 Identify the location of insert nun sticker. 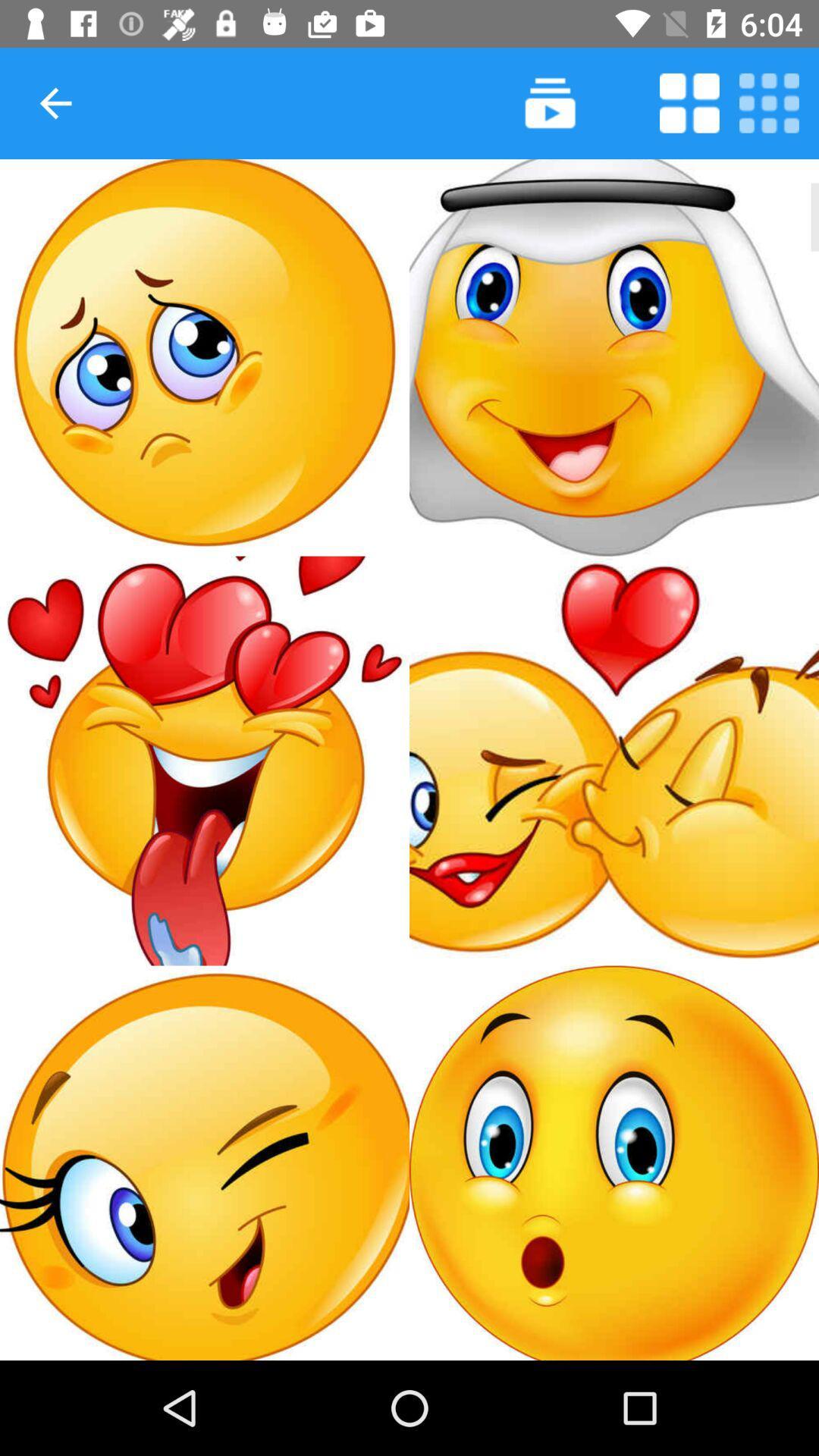
(614, 356).